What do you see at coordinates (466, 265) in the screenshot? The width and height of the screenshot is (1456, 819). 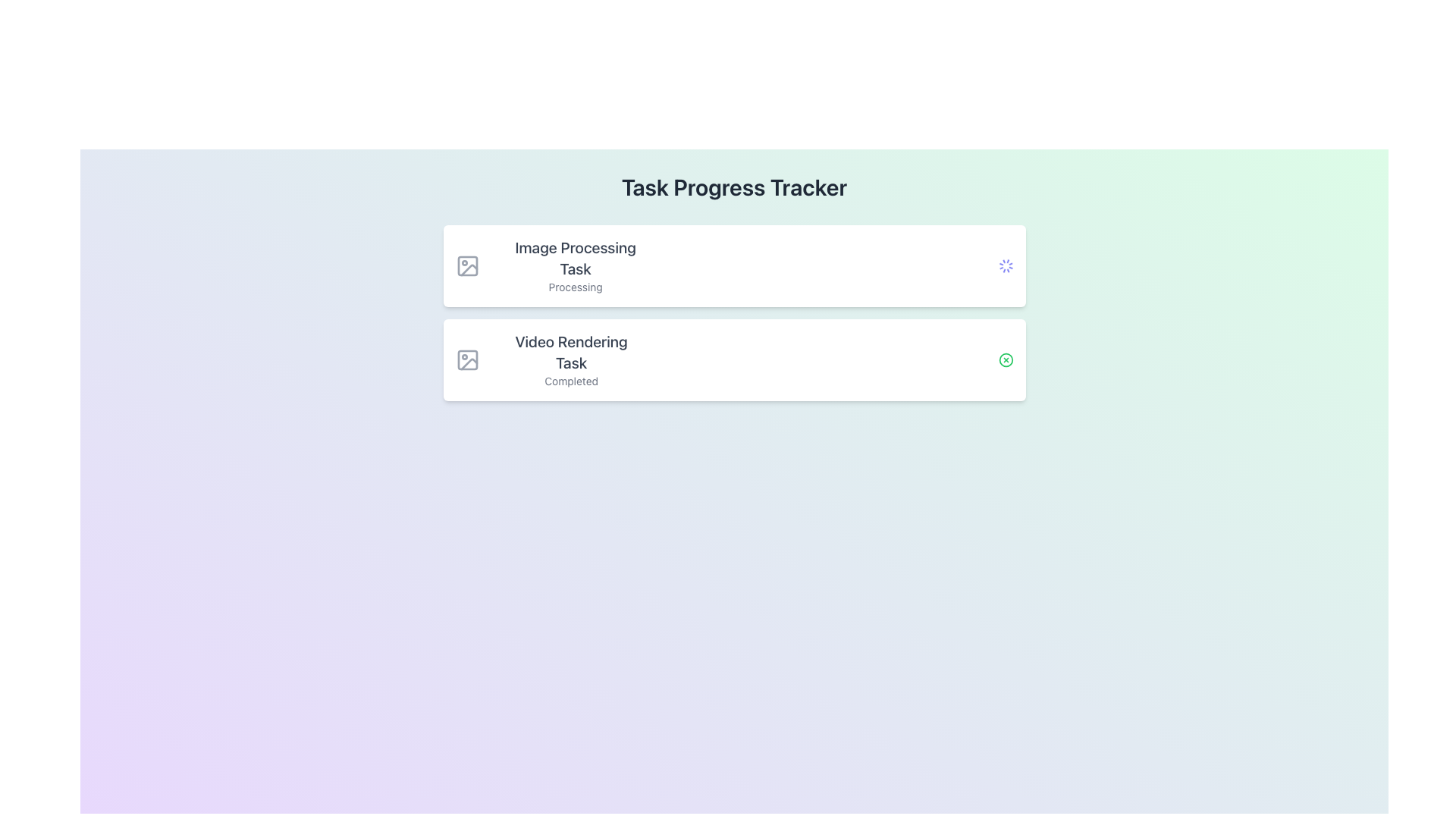 I see `the graphical icon resembling a picture frame with a mountain and sun inside it, located within the first task card labeled 'Image Processing'` at bounding box center [466, 265].